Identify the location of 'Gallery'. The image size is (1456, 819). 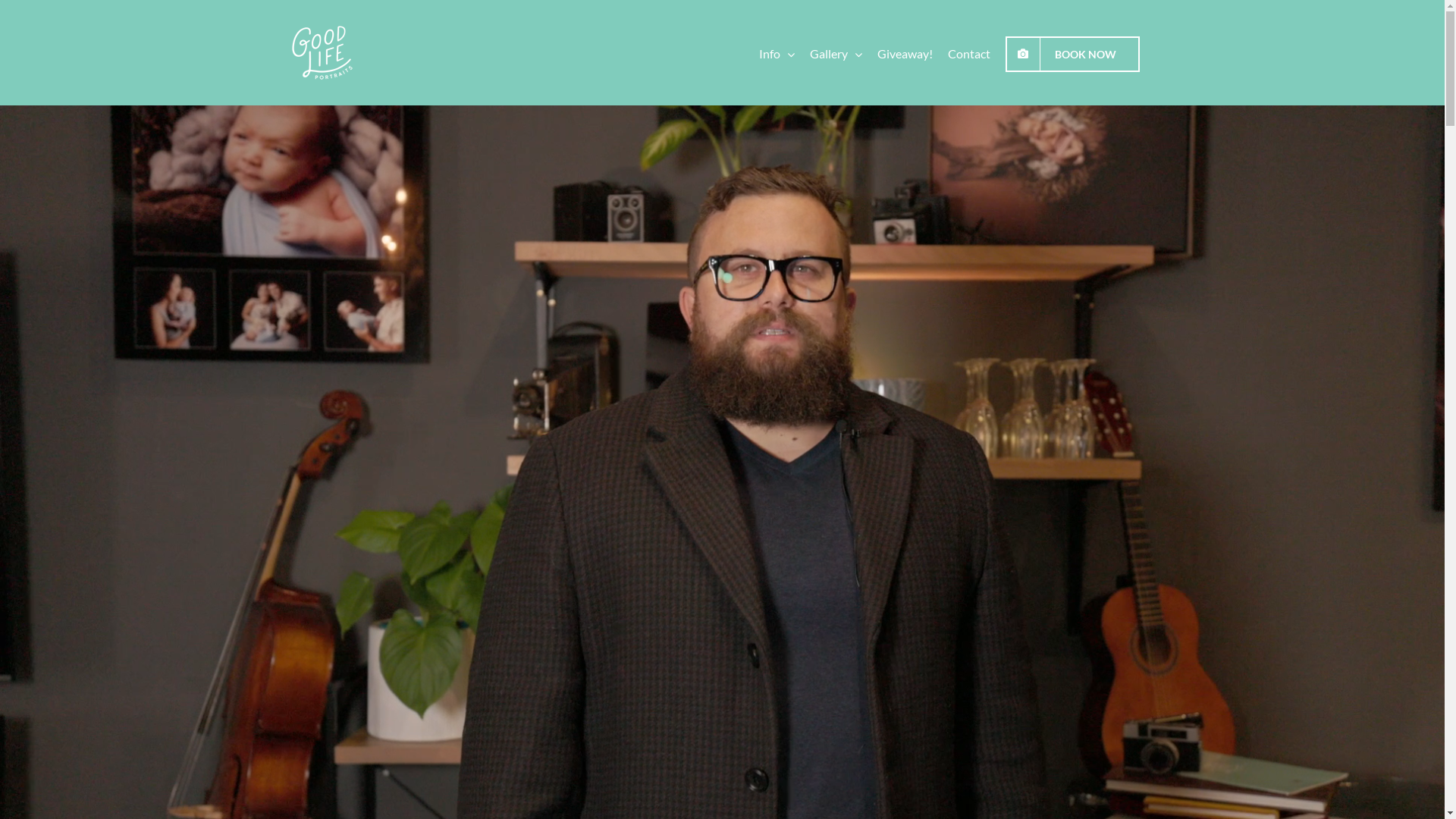
(835, 52).